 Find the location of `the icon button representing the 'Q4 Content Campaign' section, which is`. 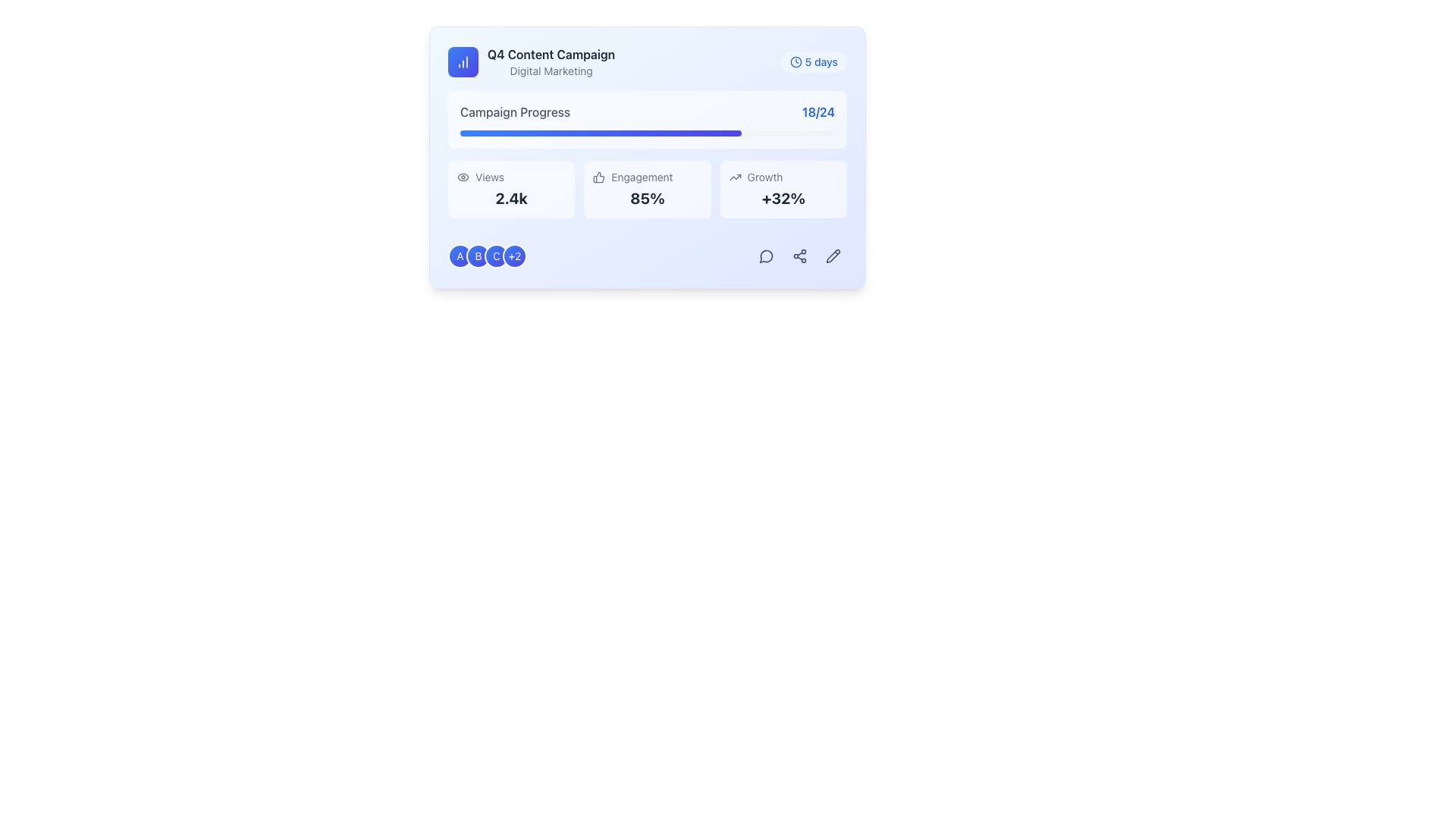

the icon button representing the 'Q4 Content Campaign' section, which is is located at coordinates (462, 61).